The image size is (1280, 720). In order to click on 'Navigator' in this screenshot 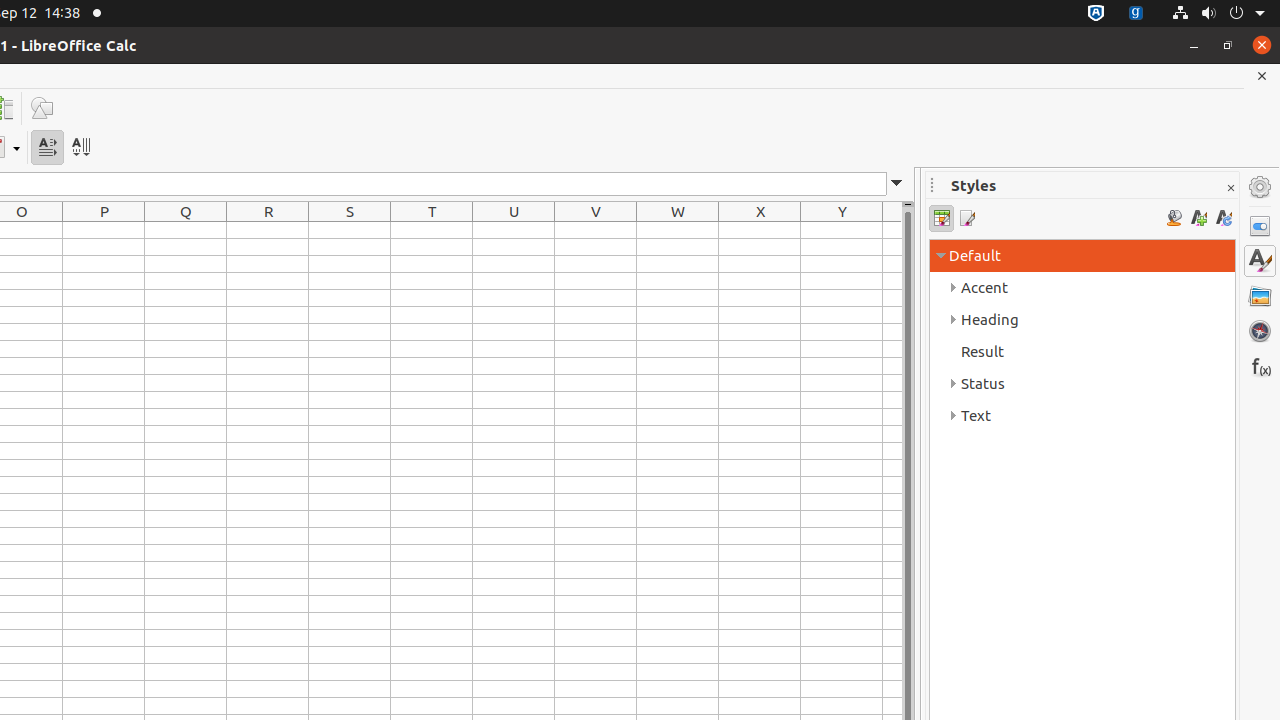, I will do `click(1259, 329)`.